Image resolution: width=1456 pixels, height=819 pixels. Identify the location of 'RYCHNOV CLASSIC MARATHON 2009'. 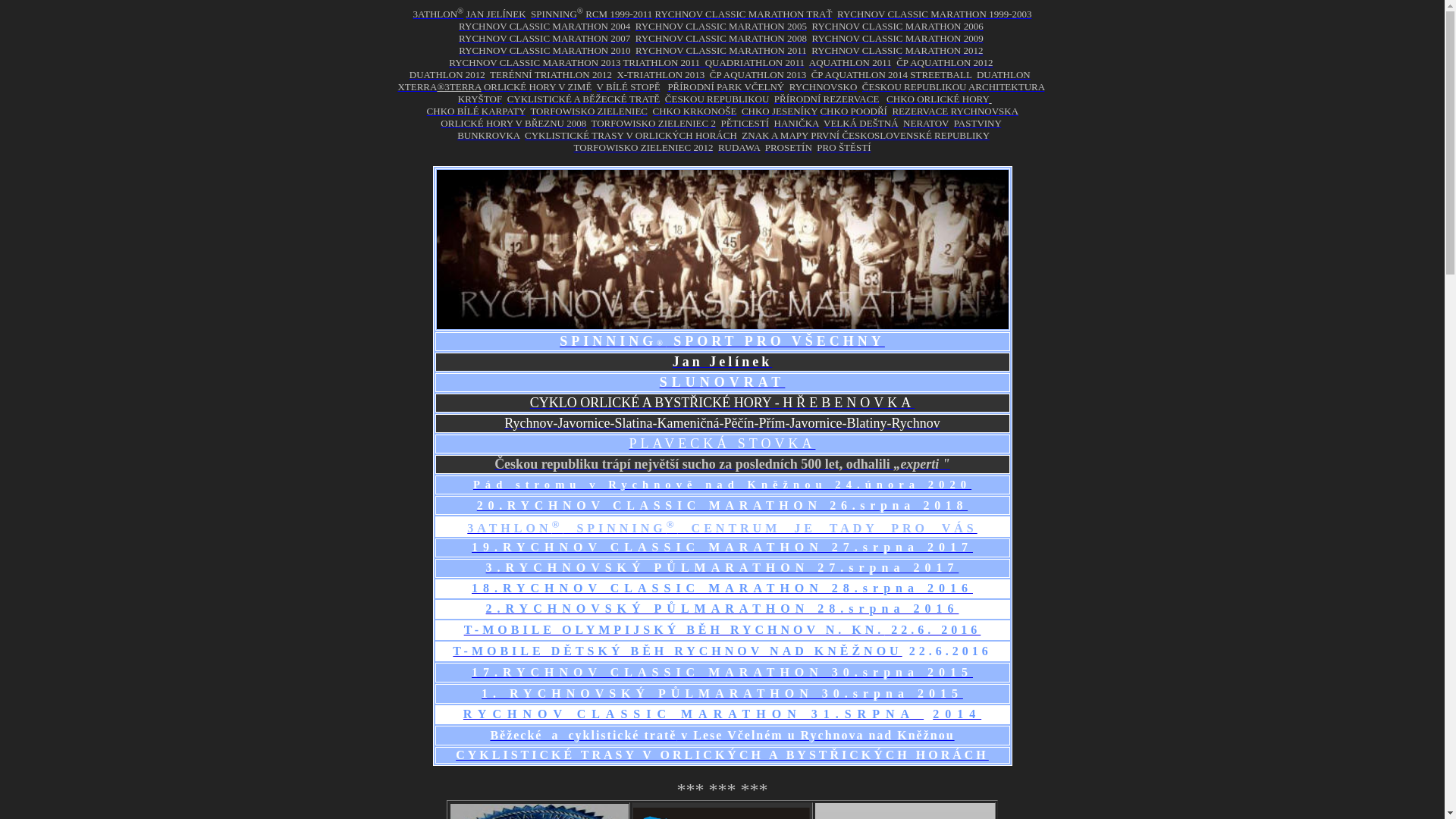
(896, 37).